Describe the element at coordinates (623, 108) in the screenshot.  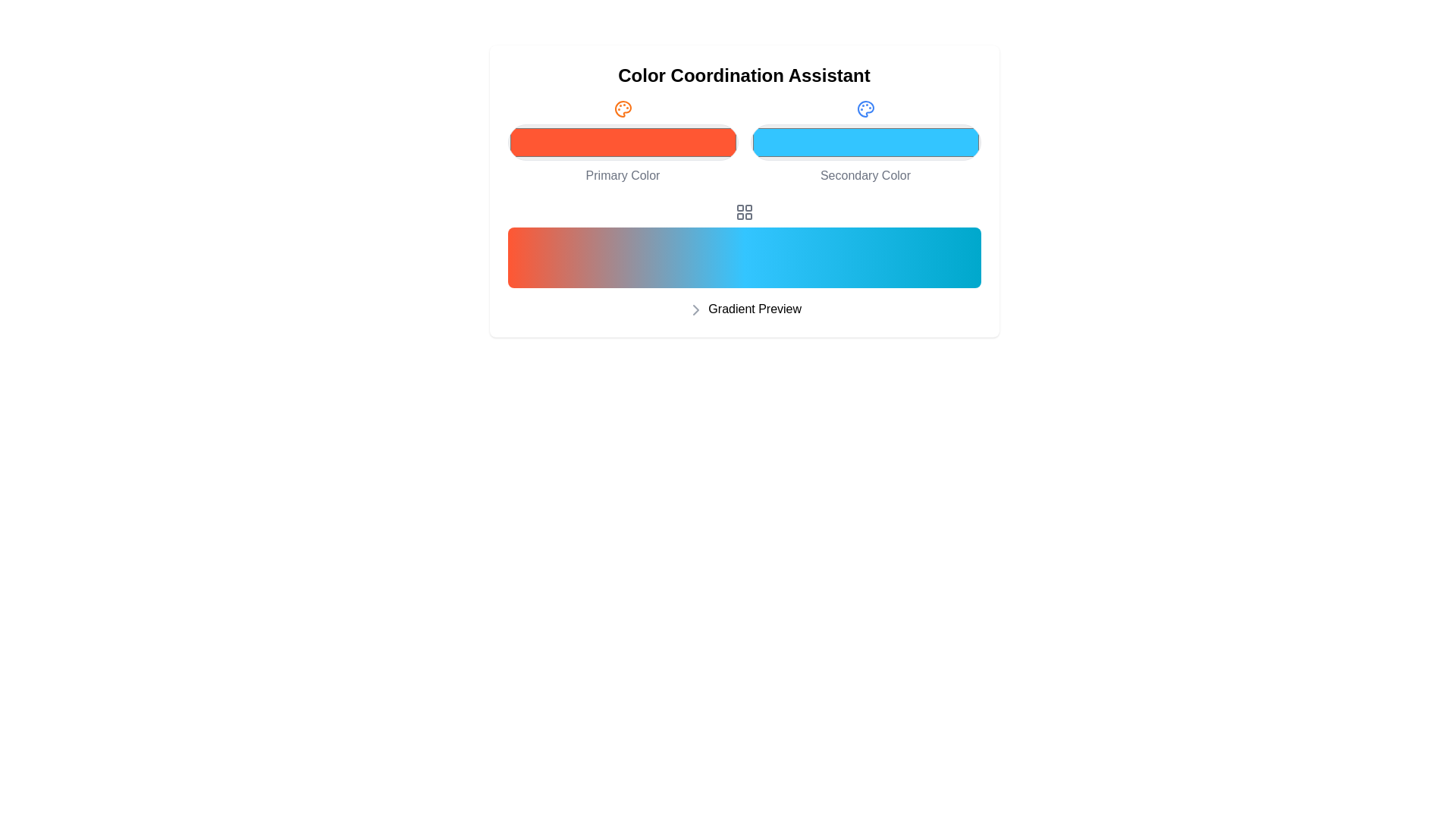
I see `the decorative icon representing the 'Primary Color' input, which is positioned above the text 'Primary Color' within the orange rectangular interface component` at that location.